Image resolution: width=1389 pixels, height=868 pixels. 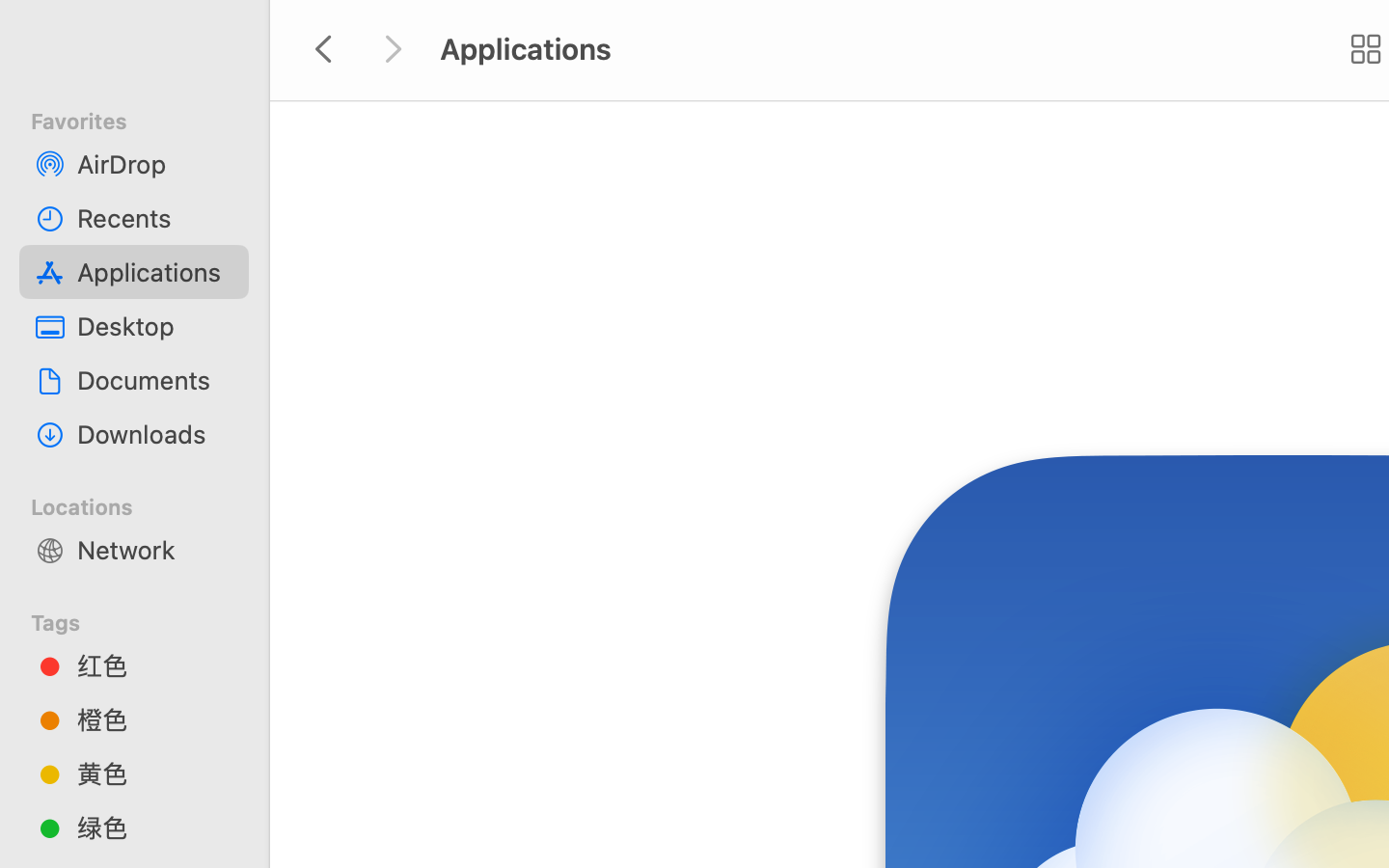 I want to click on 'Applications', so click(x=153, y=270).